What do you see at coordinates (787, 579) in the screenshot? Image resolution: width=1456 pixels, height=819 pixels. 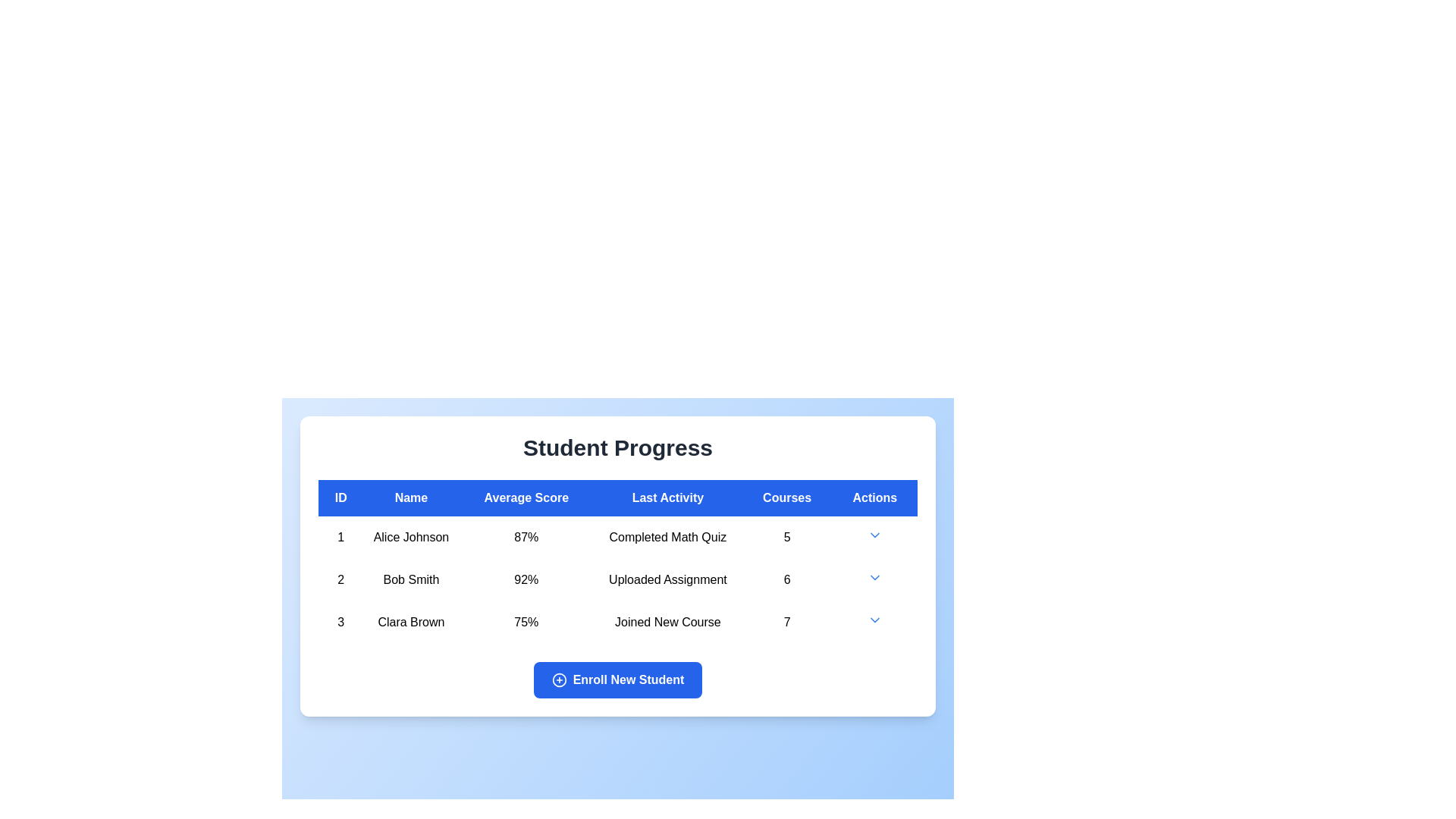 I see `the read-only text element displaying the numerical count of courses for student Bob Smith, located in the 'Courses' column of the second row in the 'Student Progress' table` at bounding box center [787, 579].